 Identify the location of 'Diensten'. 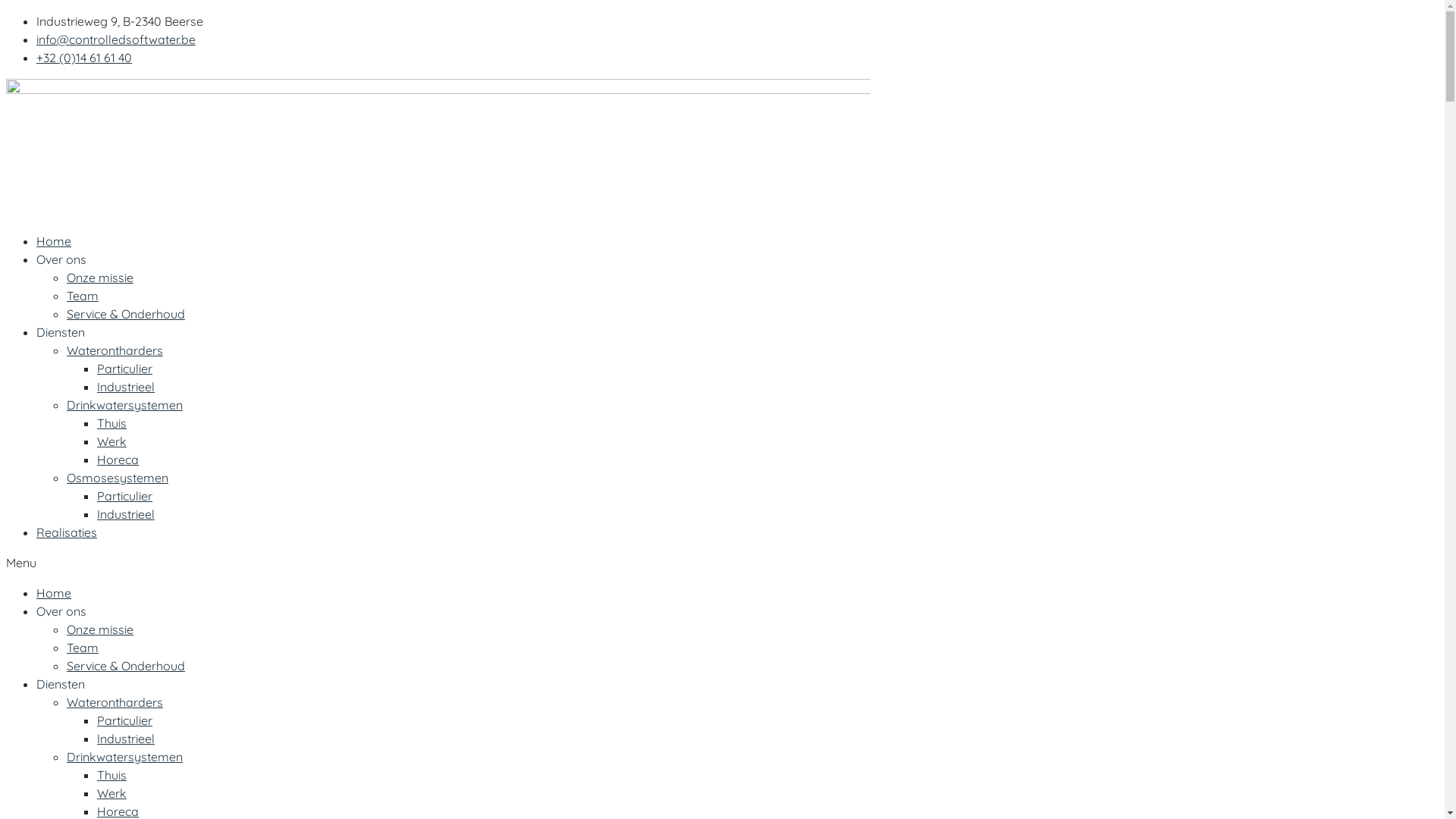
(61, 331).